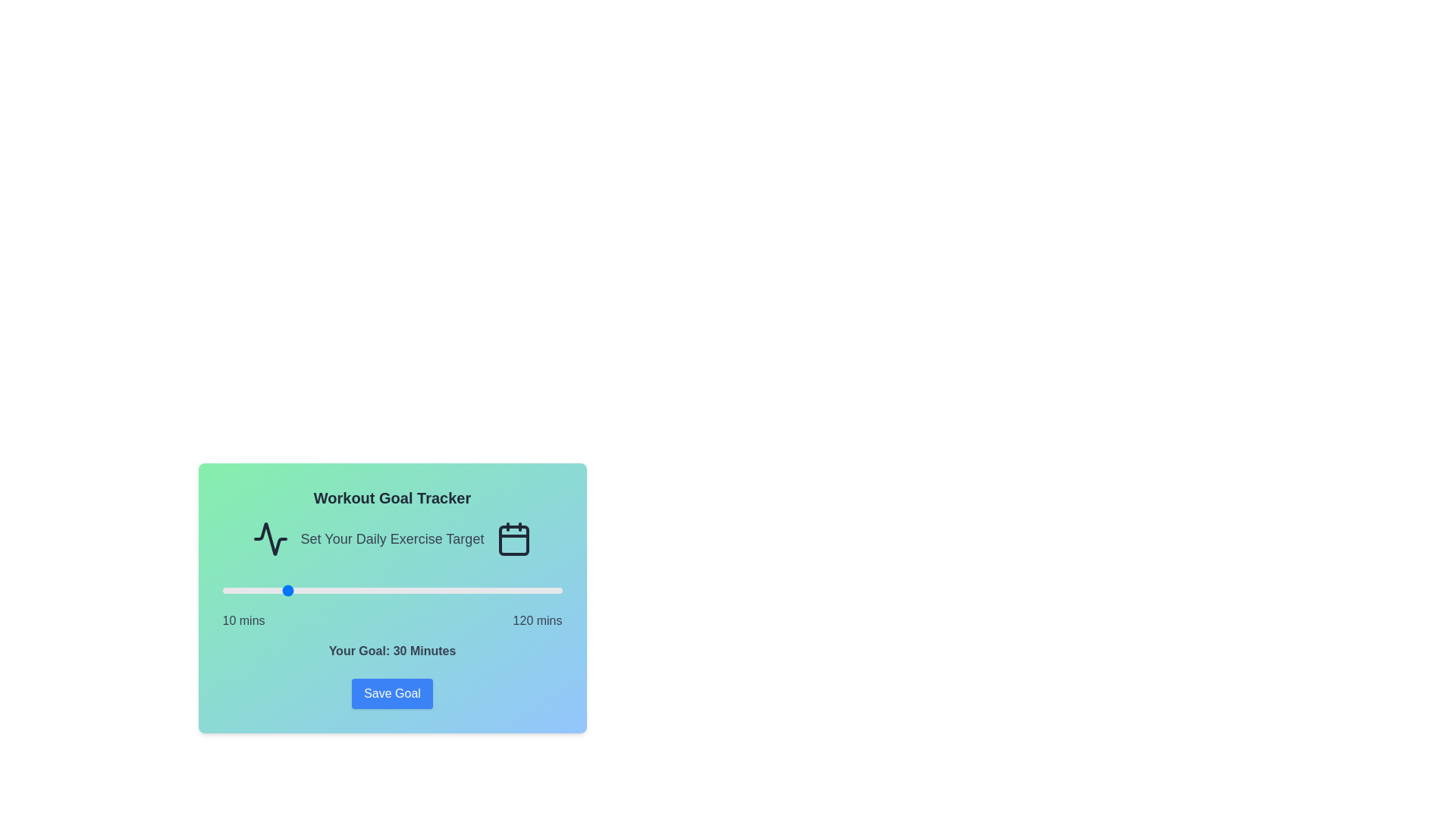 This screenshot has height=819, width=1456. Describe the element at coordinates (438, 590) in the screenshot. I see `the workout goal slider to set the goal to 80 minutes` at that location.